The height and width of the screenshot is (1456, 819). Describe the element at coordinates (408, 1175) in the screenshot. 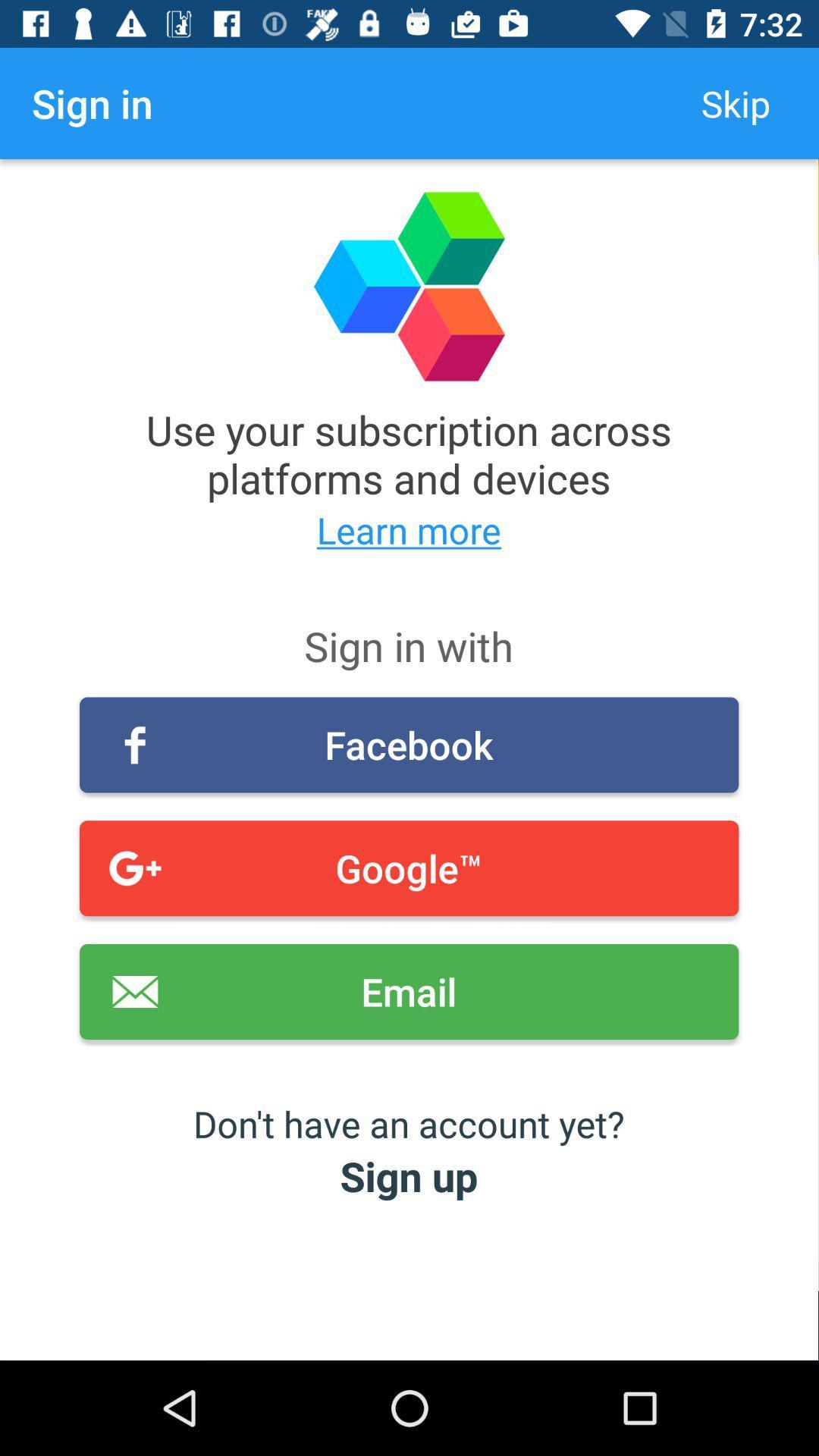

I see `the sign up` at that location.